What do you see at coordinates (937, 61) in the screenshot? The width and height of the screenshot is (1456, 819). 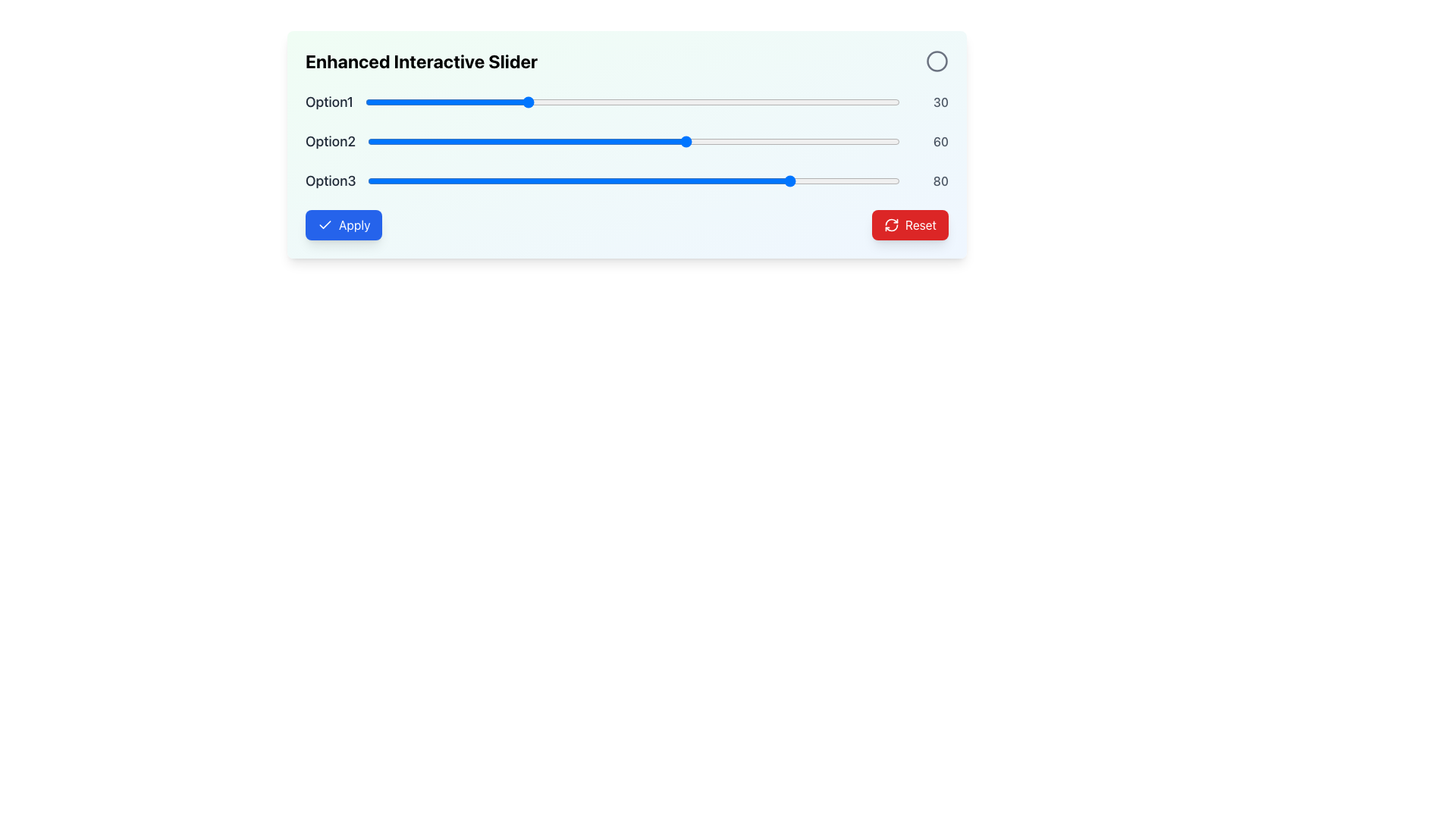 I see `the circular SVG component located in the upper-right corner of the interface, next to the 'Reset' button` at bounding box center [937, 61].